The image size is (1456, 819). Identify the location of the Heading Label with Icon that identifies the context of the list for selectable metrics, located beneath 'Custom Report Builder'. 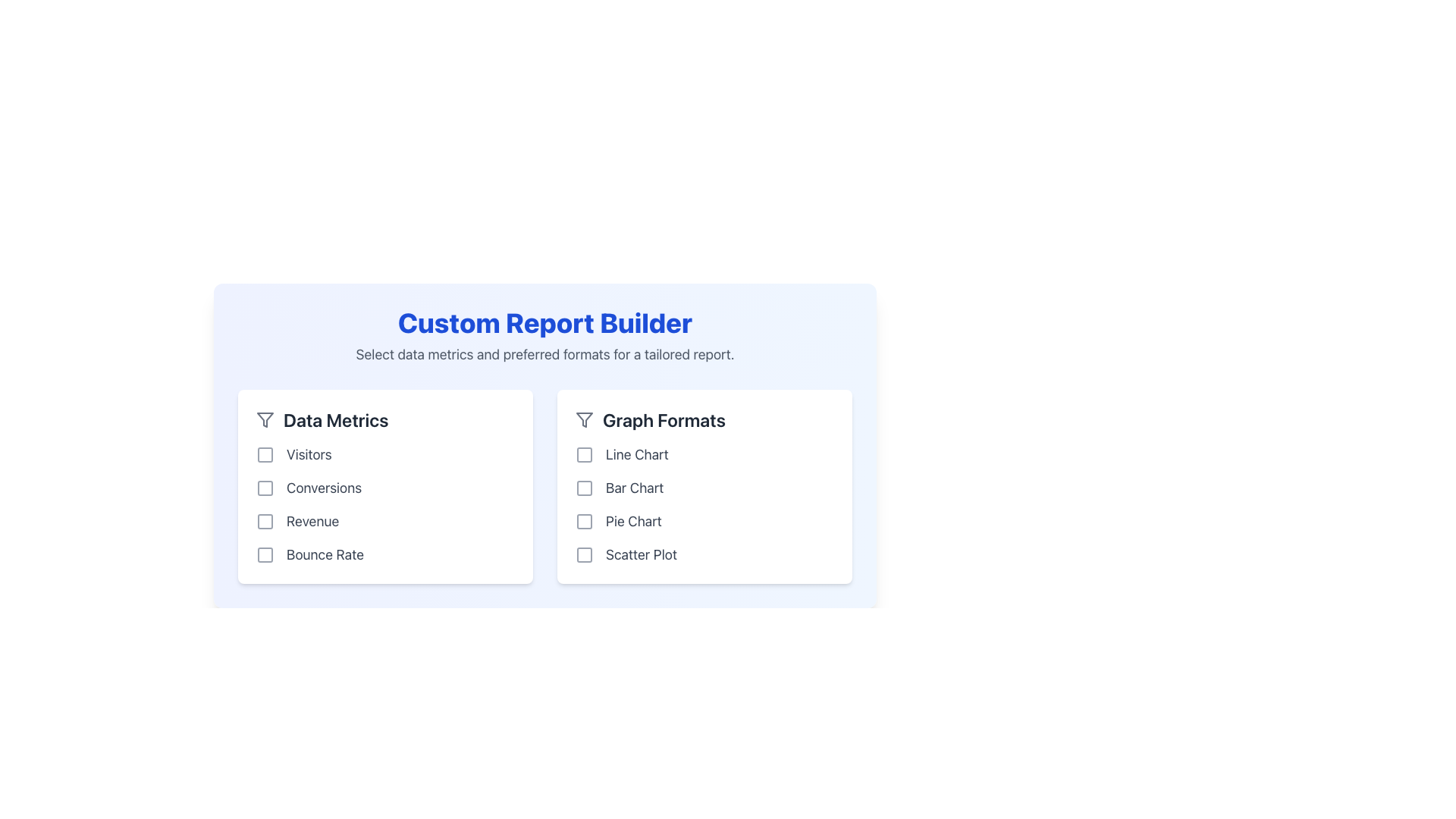
(385, 420).